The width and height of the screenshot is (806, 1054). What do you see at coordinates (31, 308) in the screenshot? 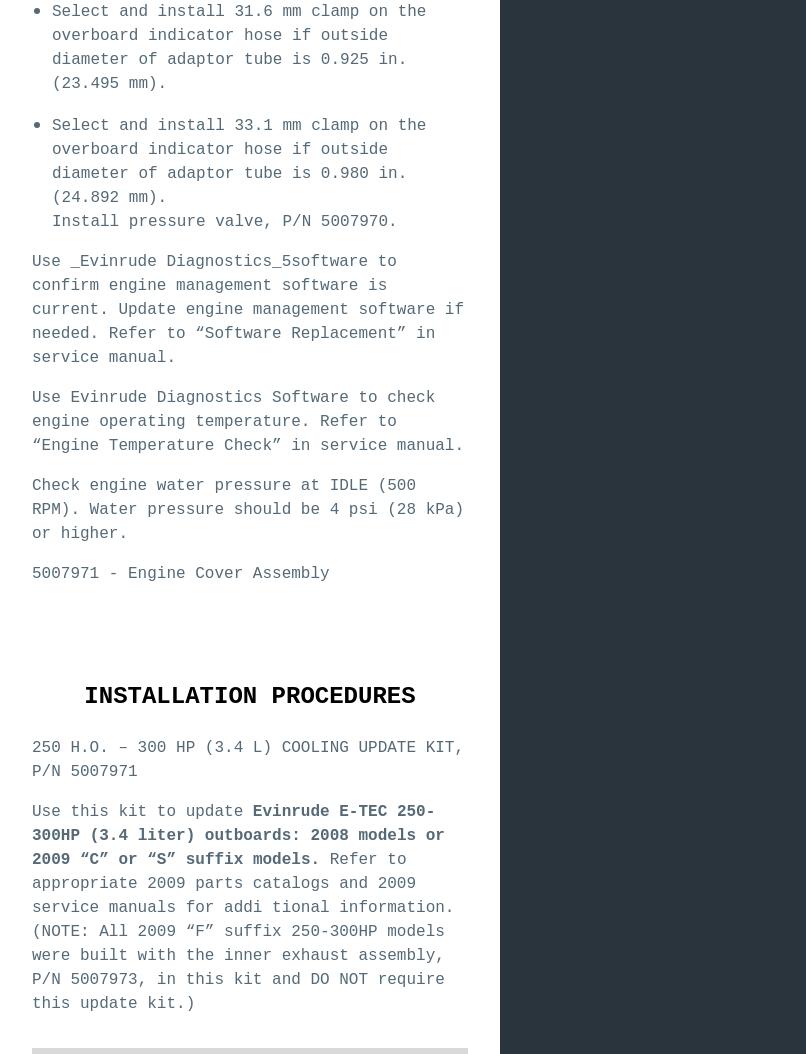
I see `'Use _Evinrude Diagnostics_5software to confirm engine management software is current. Update engine management software if needed. Refer to “Software Replacement” in service manual.'` at bounding box center [31, 308].